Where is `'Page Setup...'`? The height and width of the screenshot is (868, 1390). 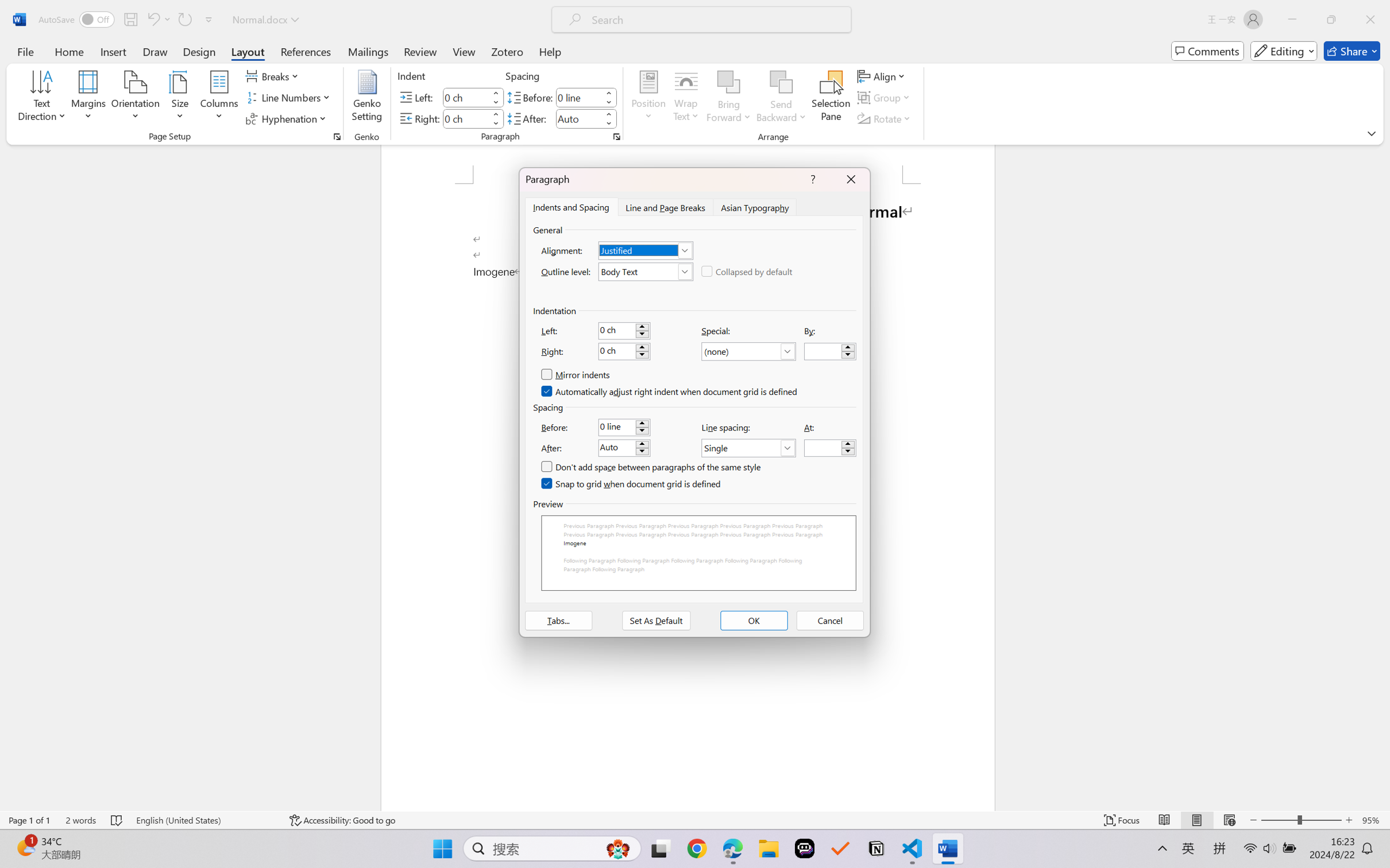 'Page Setup...' is located at coordinates (336, 136).